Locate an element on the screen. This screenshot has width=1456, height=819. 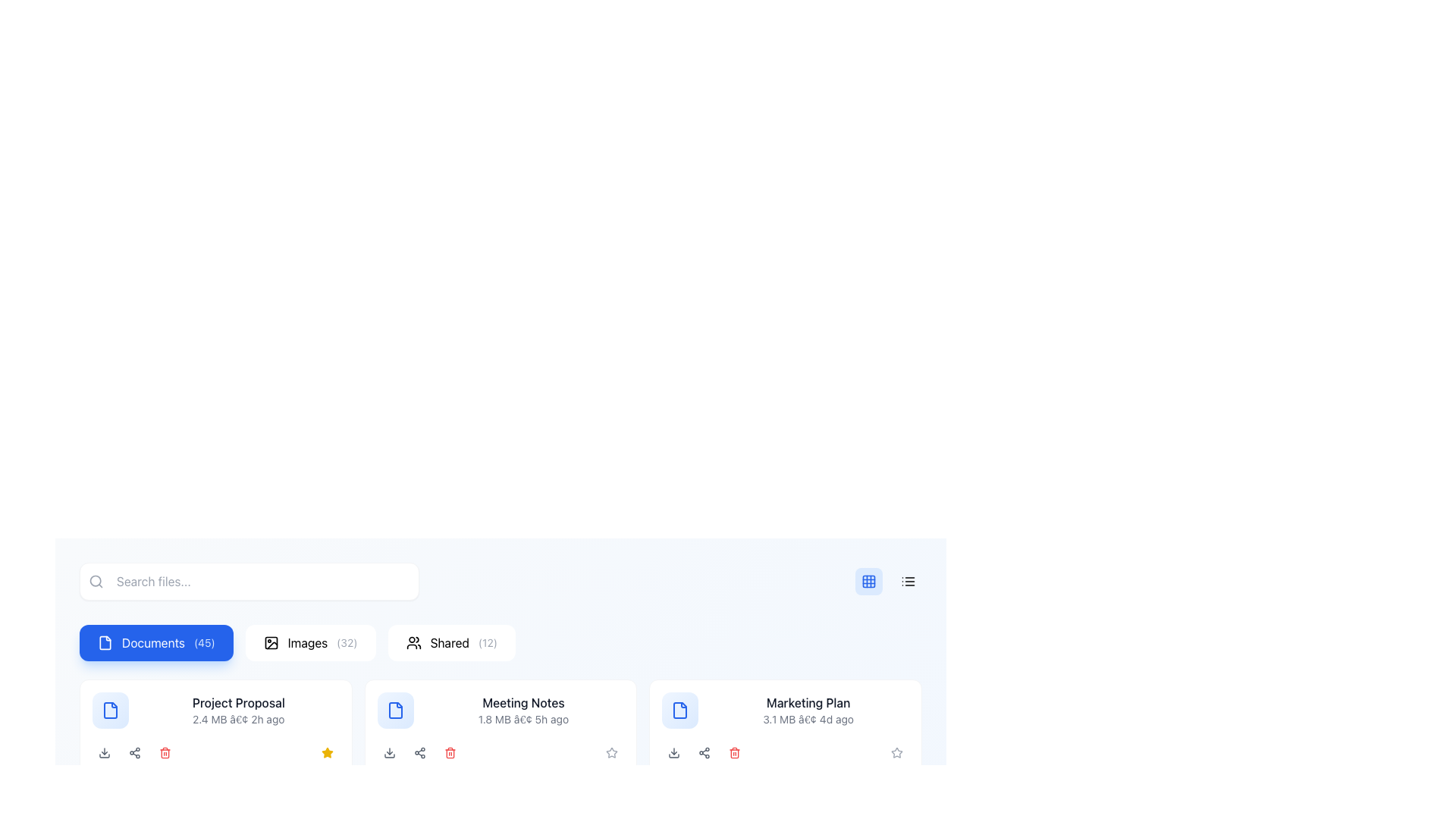
the star icon located at the bottom right of the 'Marketing Plan' card is located at coordinates (612, 752).